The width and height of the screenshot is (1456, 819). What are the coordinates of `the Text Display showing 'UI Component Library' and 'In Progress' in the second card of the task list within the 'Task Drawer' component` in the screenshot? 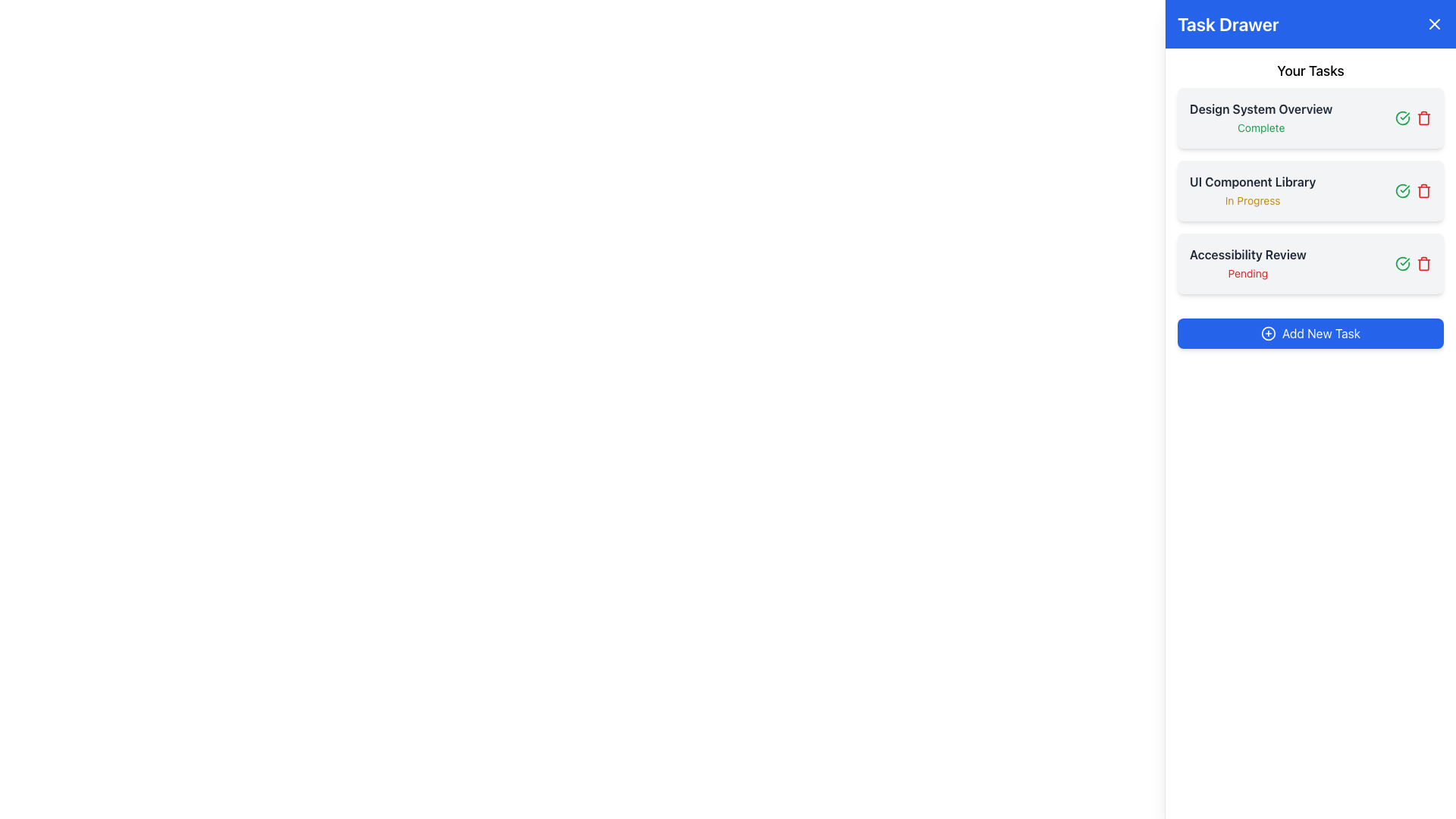 It's located at (1253, 190).